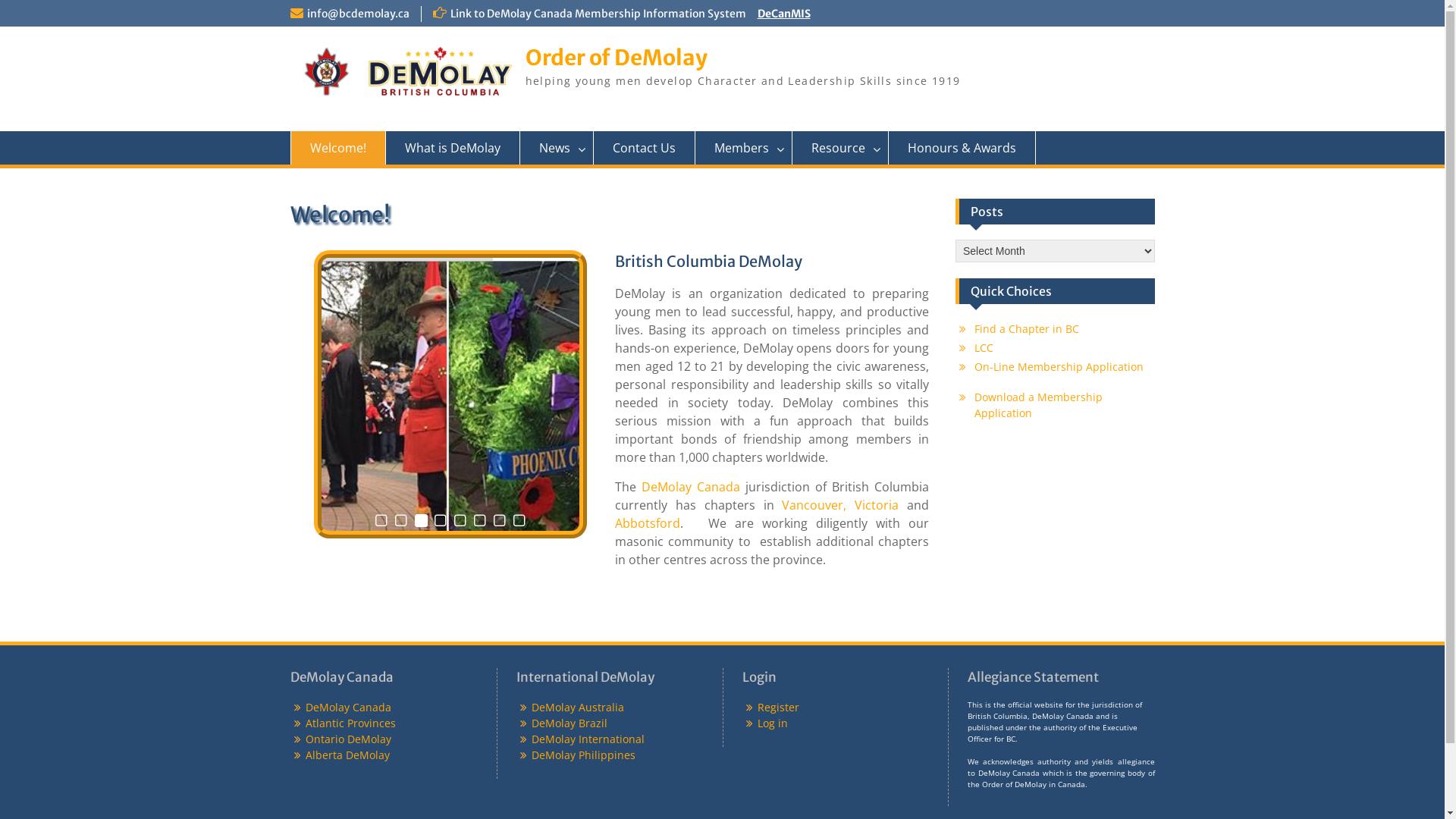 Image resolution: width=1456 pixels, height=819 pixels. I want to click on 'What is DeMolay', so click(451, 148).